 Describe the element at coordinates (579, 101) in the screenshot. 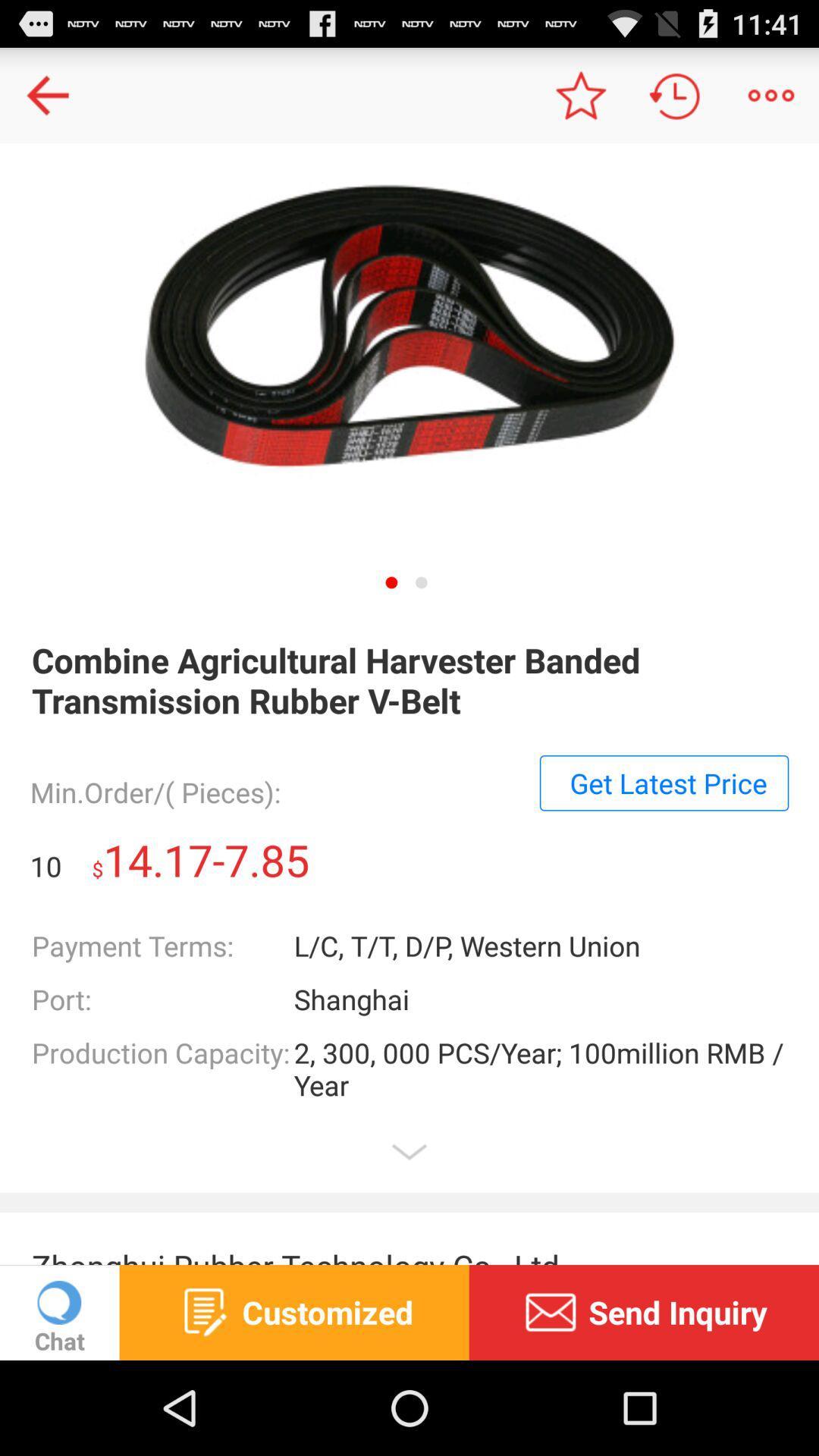

I see `the star icon` at that location.